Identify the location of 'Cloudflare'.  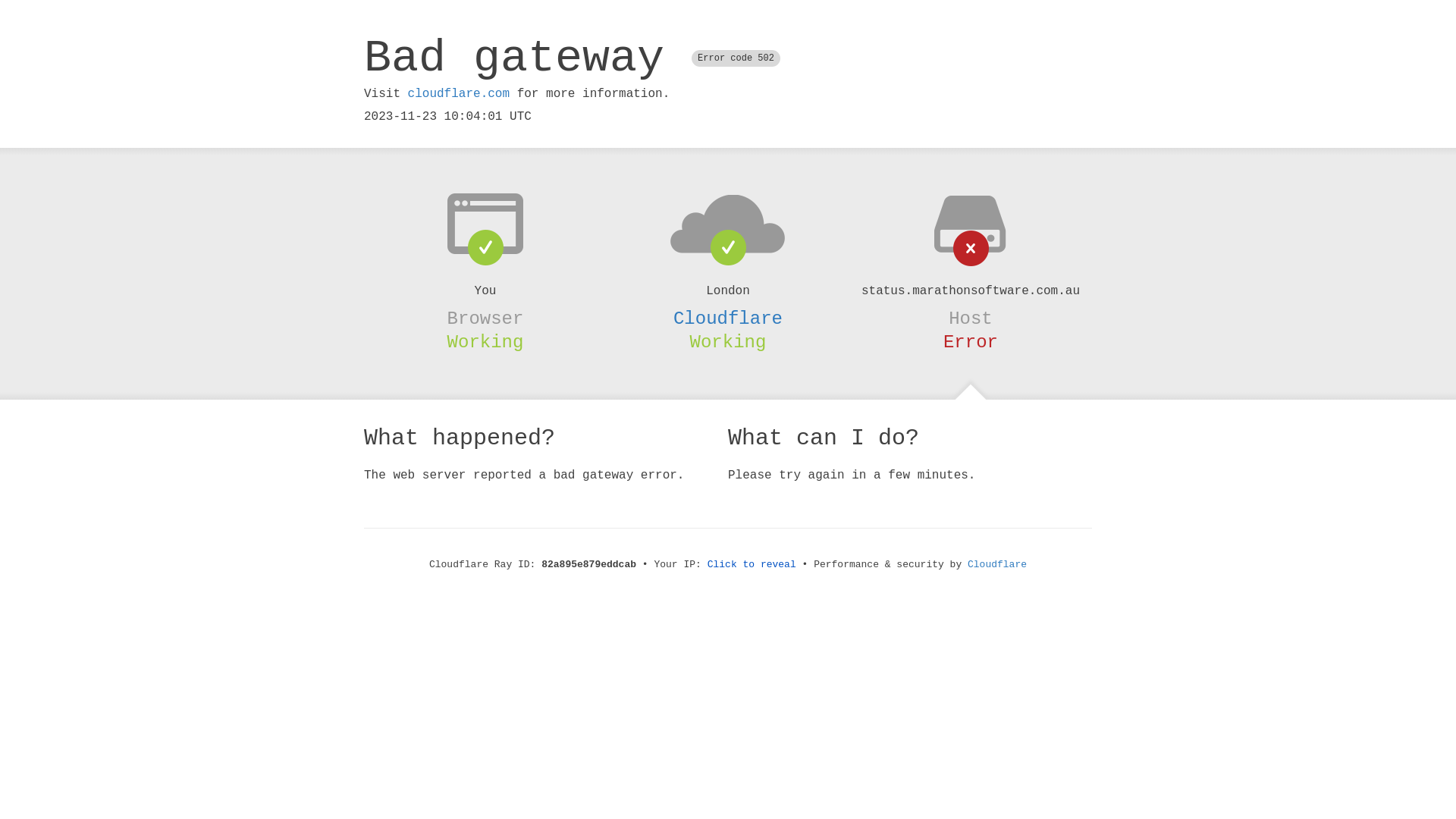
(728, 318).